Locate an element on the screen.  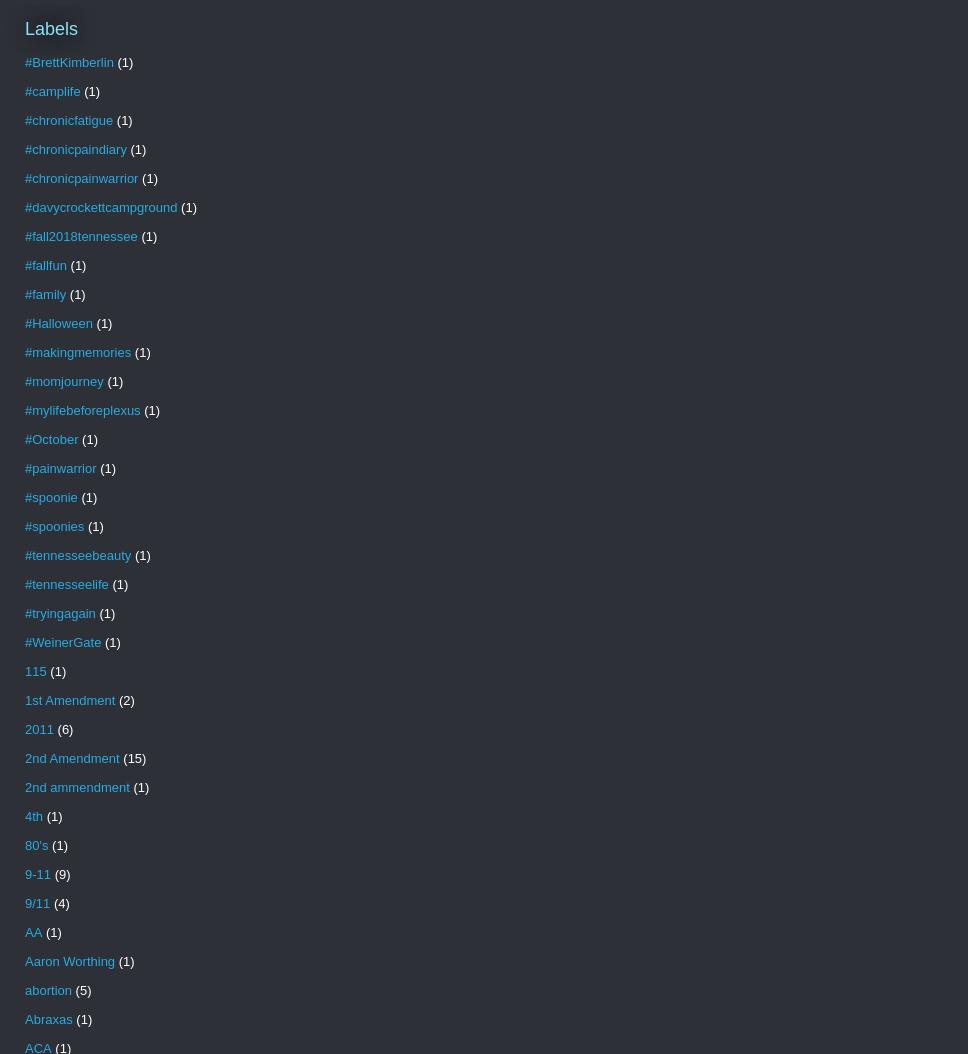
'2nd Amendment' is located at coordinates (71, 758).